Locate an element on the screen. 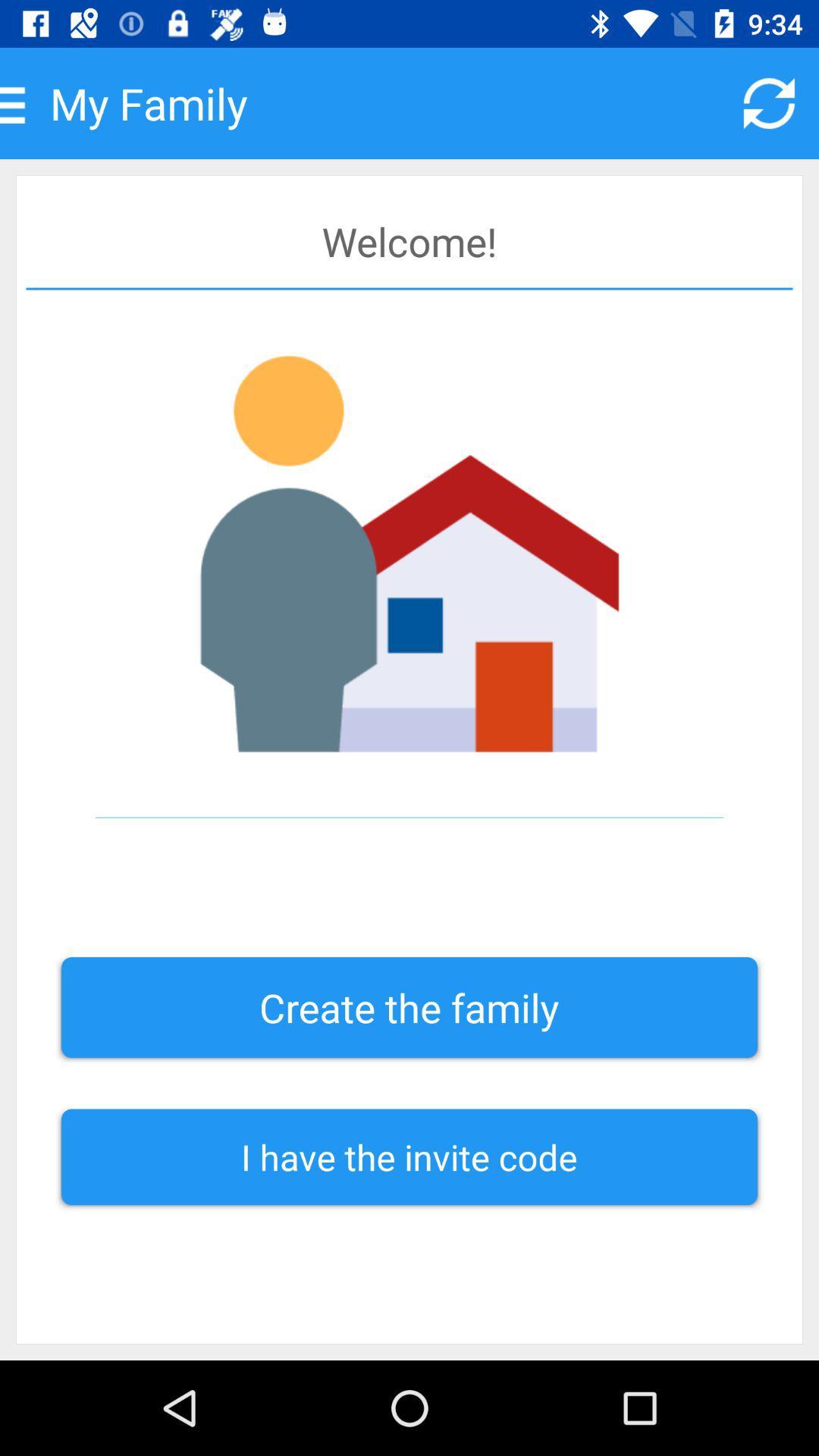 The image size is (819, 1456). refresh button is located at coordinates (769, 102).